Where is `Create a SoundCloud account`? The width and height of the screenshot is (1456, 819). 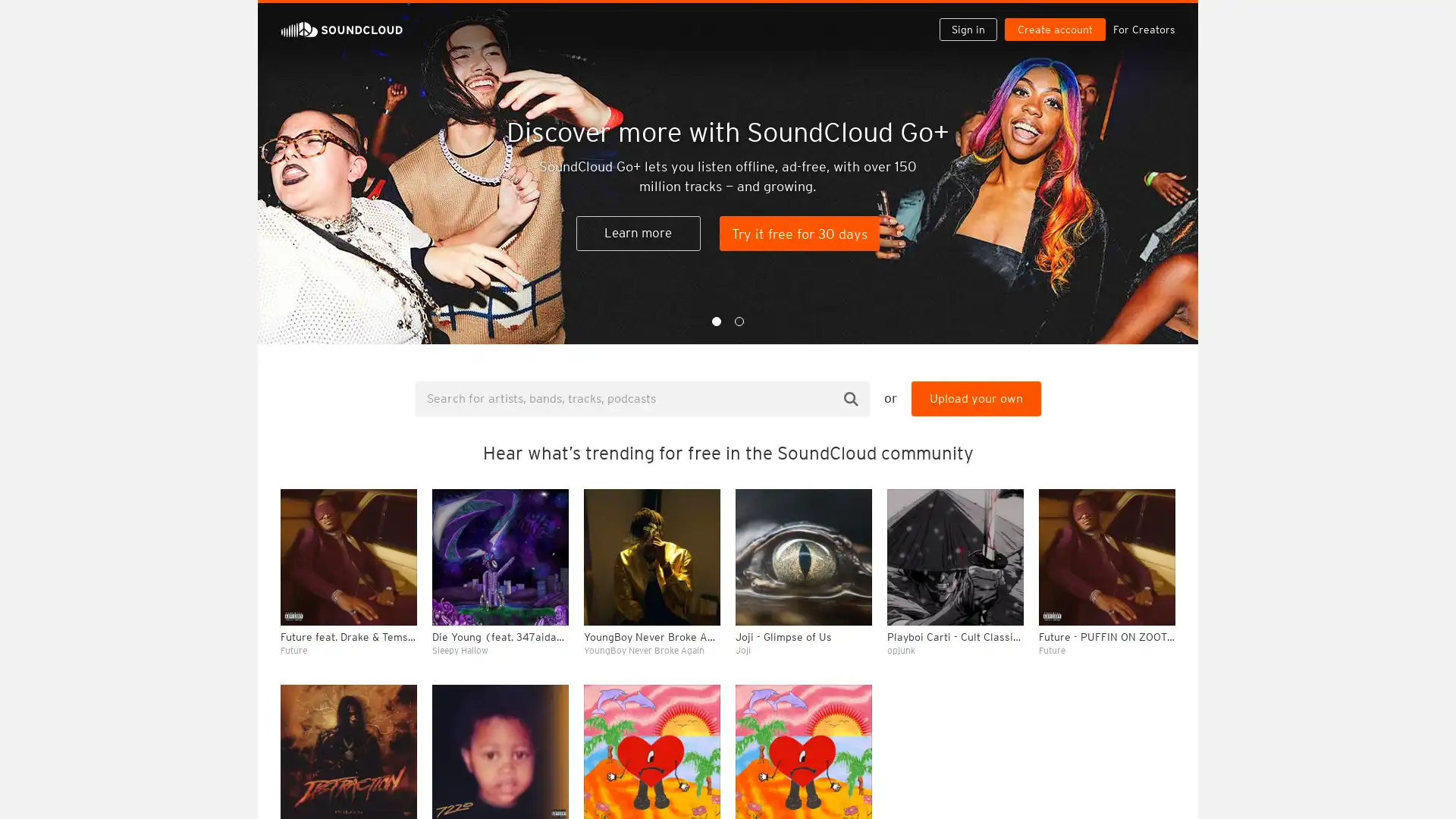 Create a SoundCloud account is located at coordinates (1058, 17).